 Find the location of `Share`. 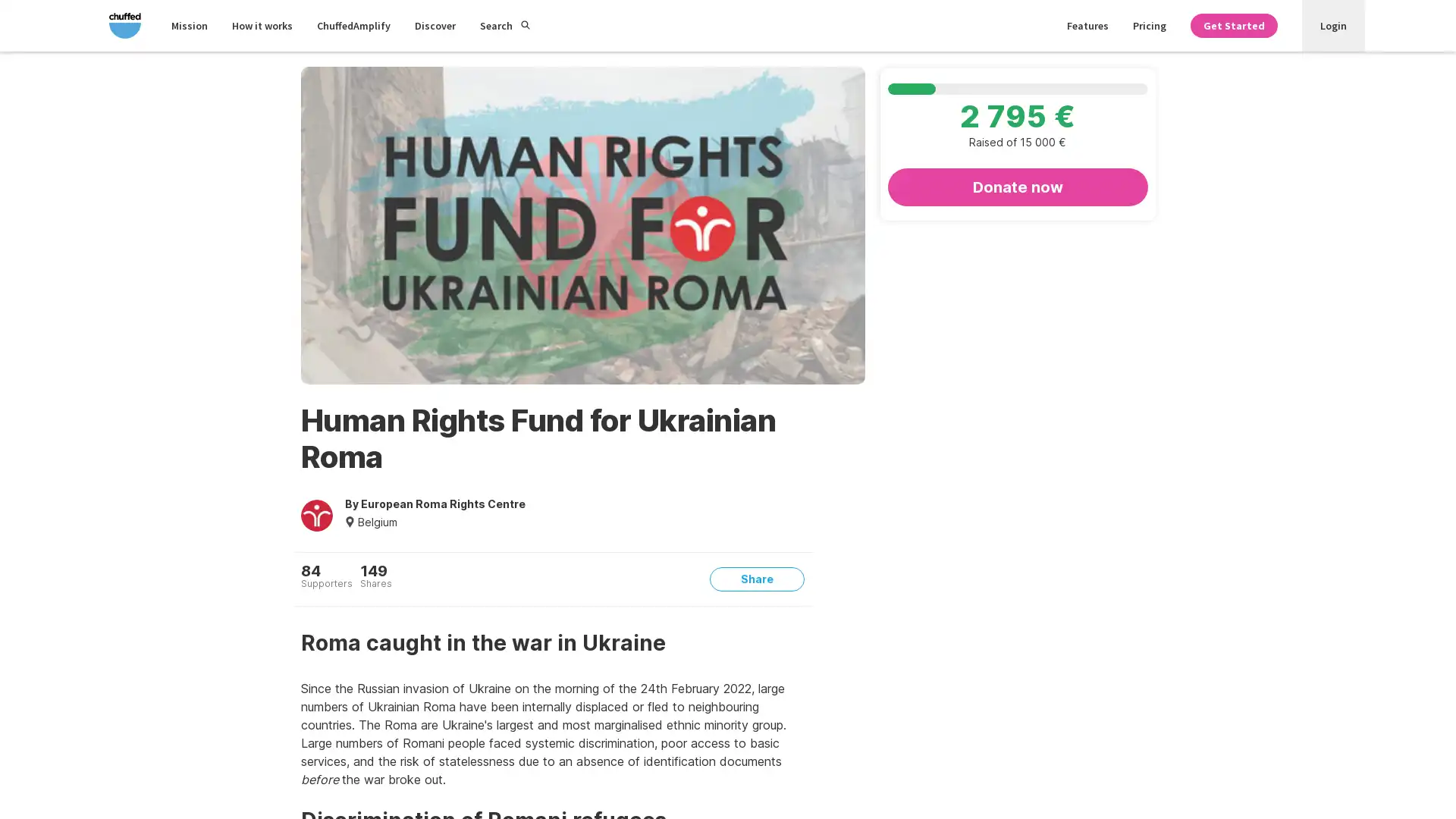

Share is located at coordinates (756, 579).